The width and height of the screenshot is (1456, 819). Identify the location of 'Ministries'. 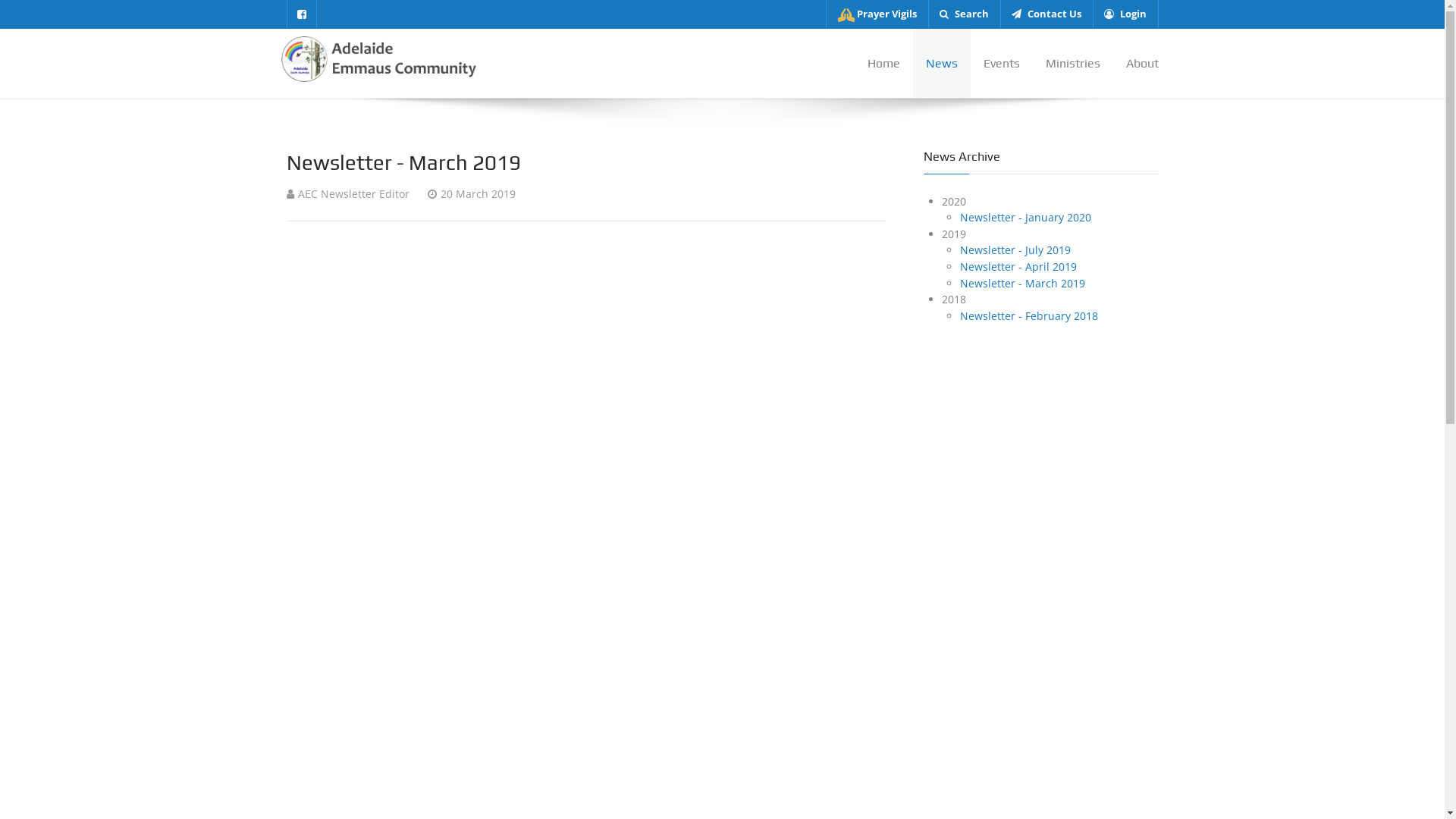
(1072, 62).